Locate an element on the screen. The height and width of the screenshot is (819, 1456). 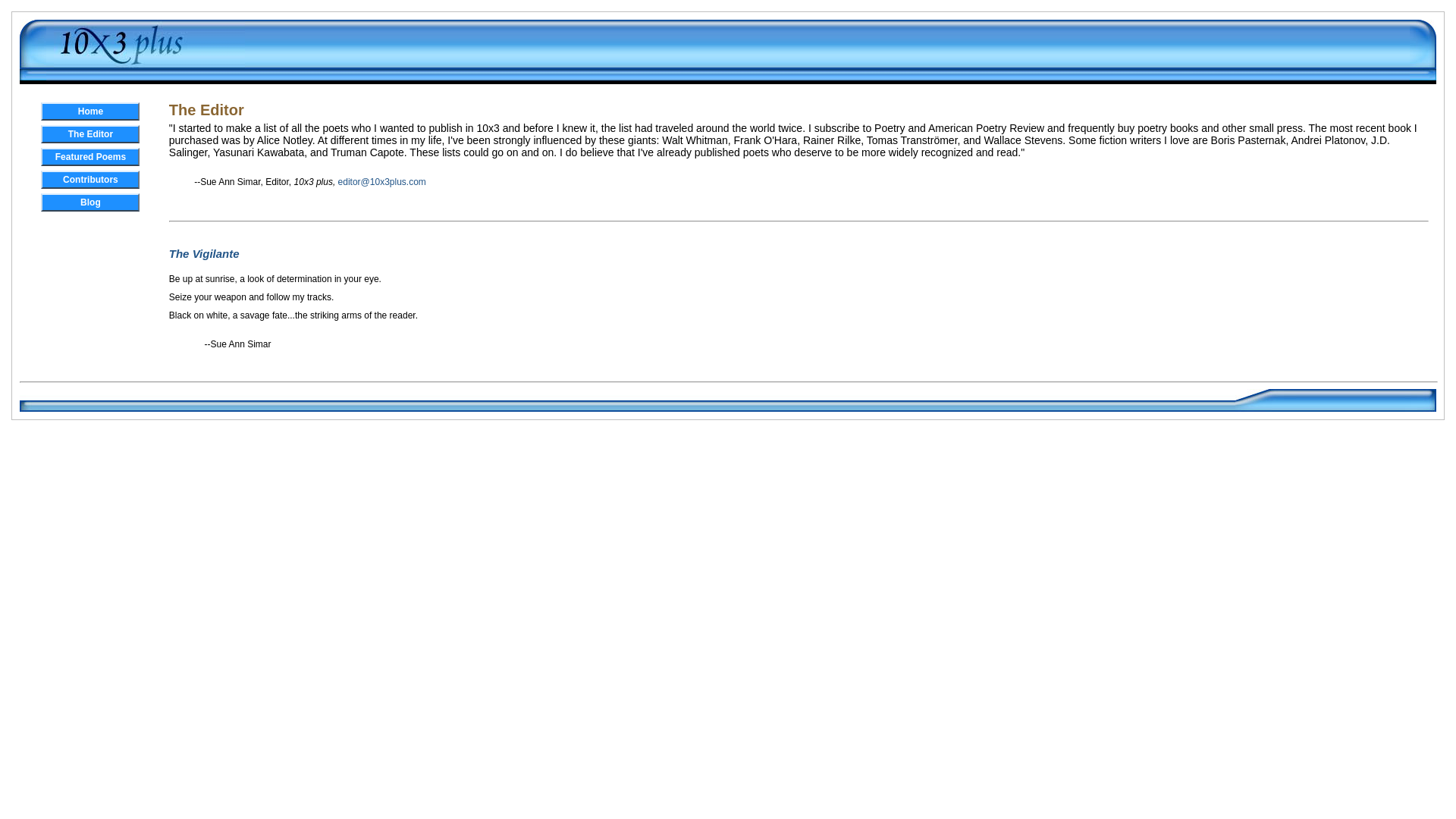
'Blog' is located at coordinates (89, 201).